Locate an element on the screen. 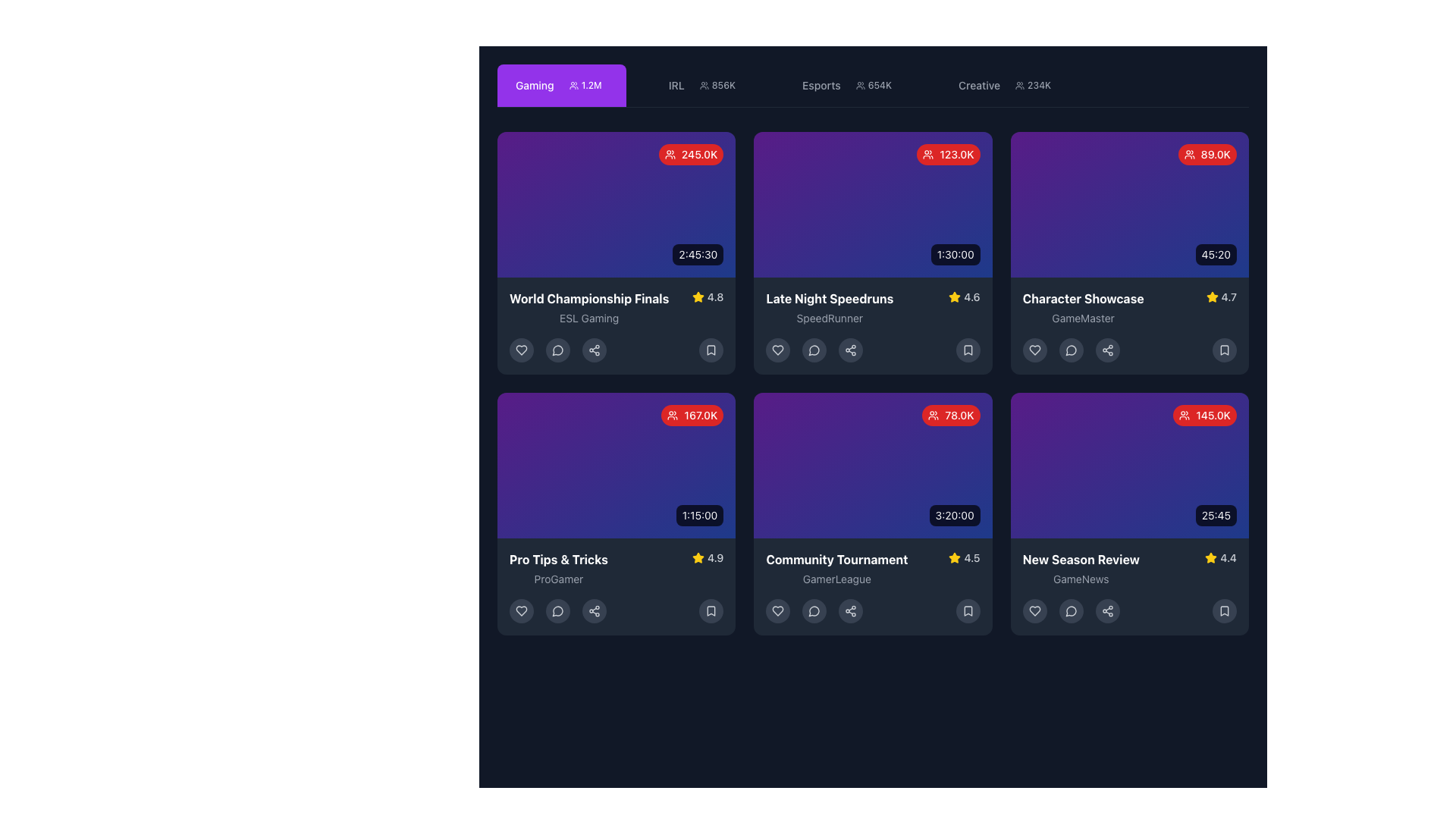  the user presence icon located in the header section of the 'Esports' tab, which is positioned to the left of the count '654K' in the navigation bar is located at coordinates (860, 85).